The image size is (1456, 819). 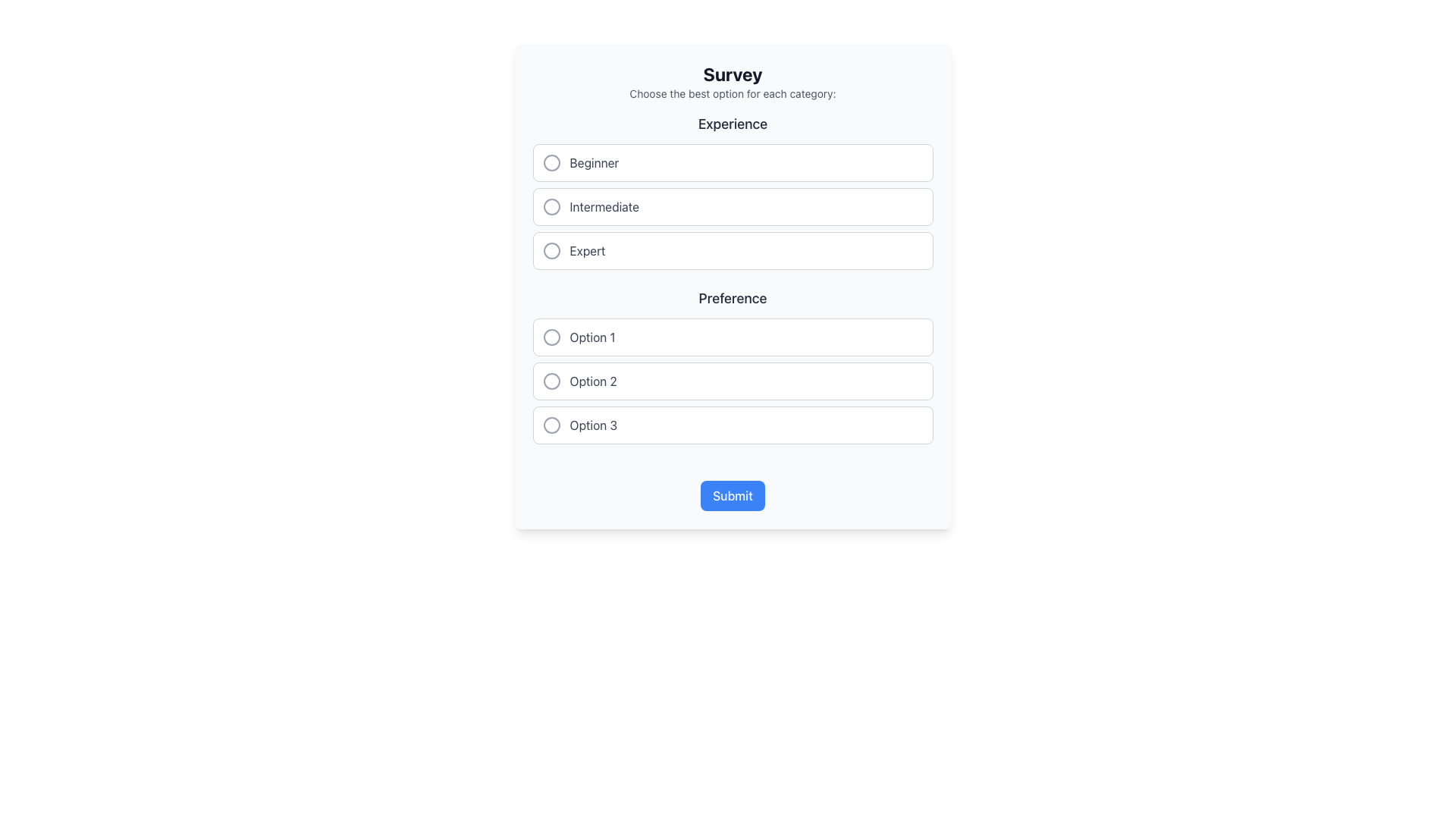 What do you see at coordinates (551, 425) in the screenshot?
I see `the unchecked radio button located to the left of 'Option 3' in the 'Preference' section` at bounding box center [551, 425].